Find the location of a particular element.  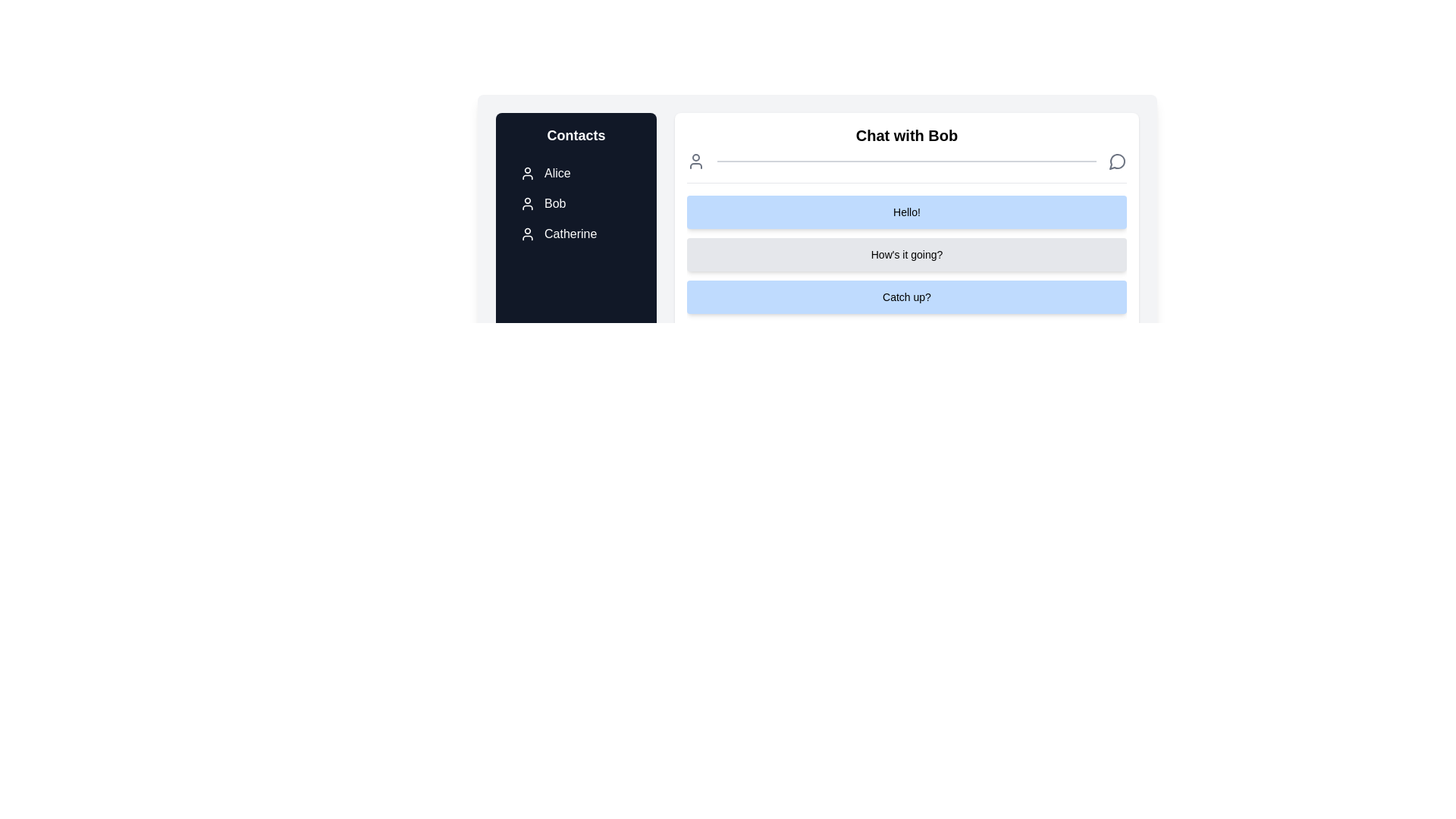

the contact entry labeled 'Bob' in the 'Contacts' sidebar, which is the second item in the list is located at coordinates (575, 203).